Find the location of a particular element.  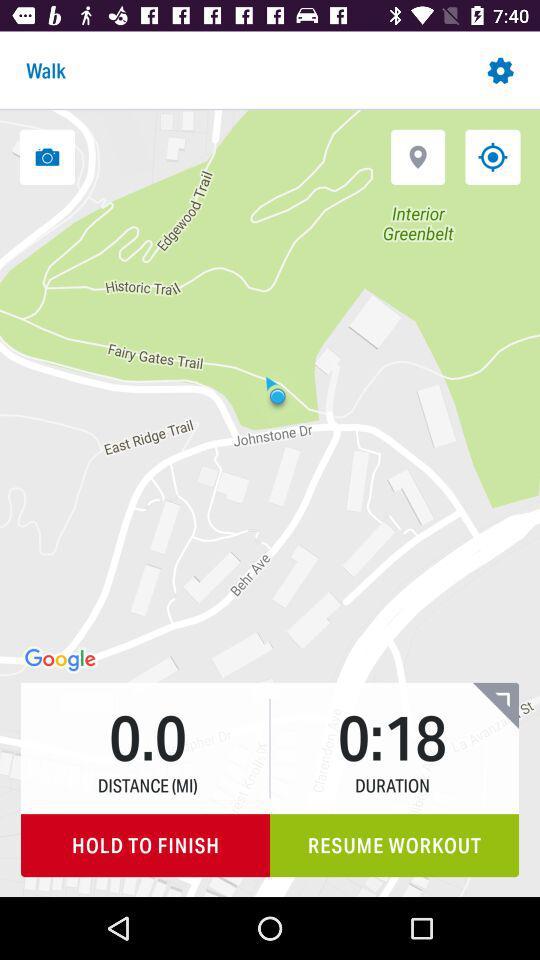

the photo icon is located at coordinates (47, 156).